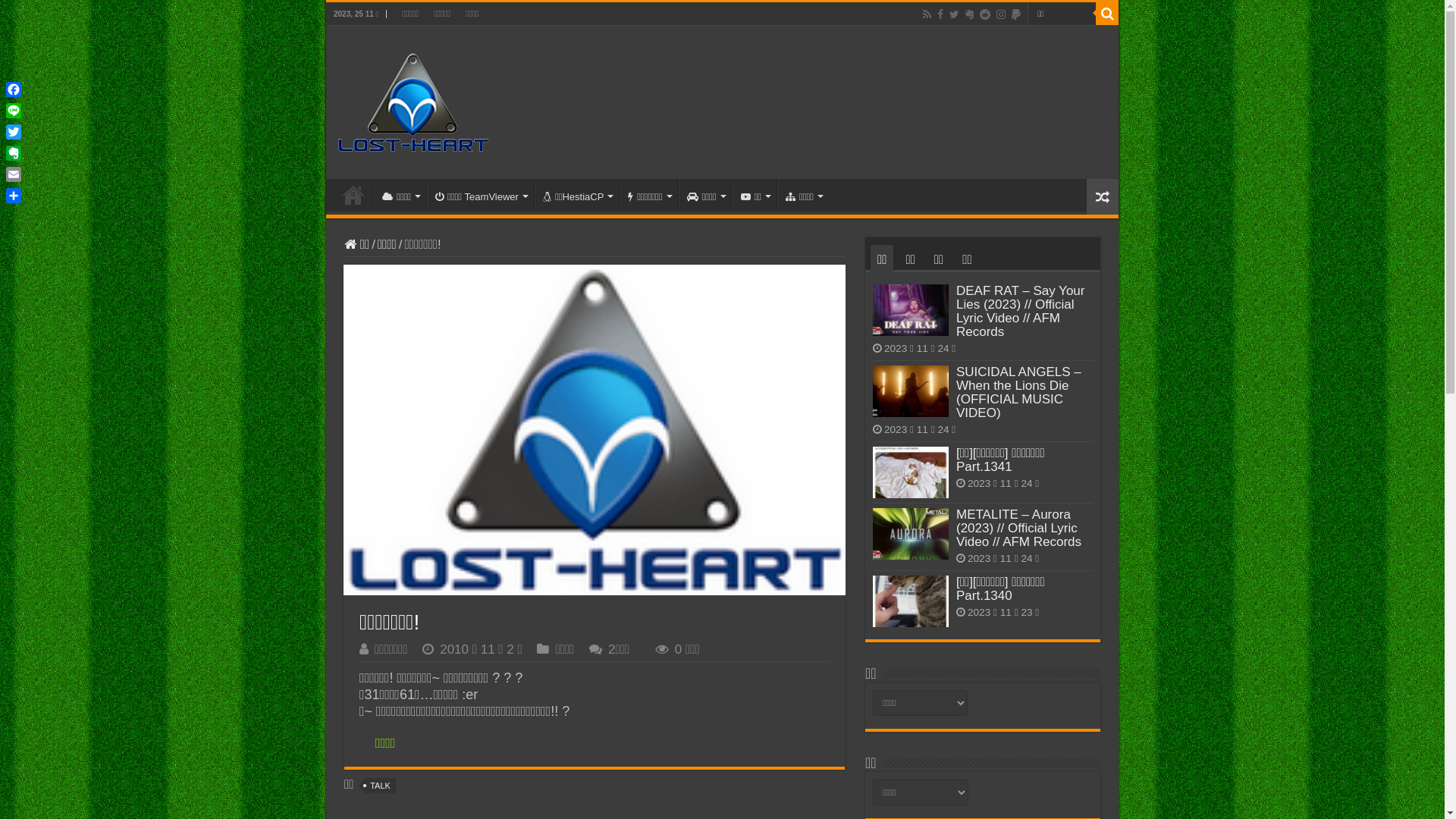  I want to click on 'Evernote', so click(14, 152).